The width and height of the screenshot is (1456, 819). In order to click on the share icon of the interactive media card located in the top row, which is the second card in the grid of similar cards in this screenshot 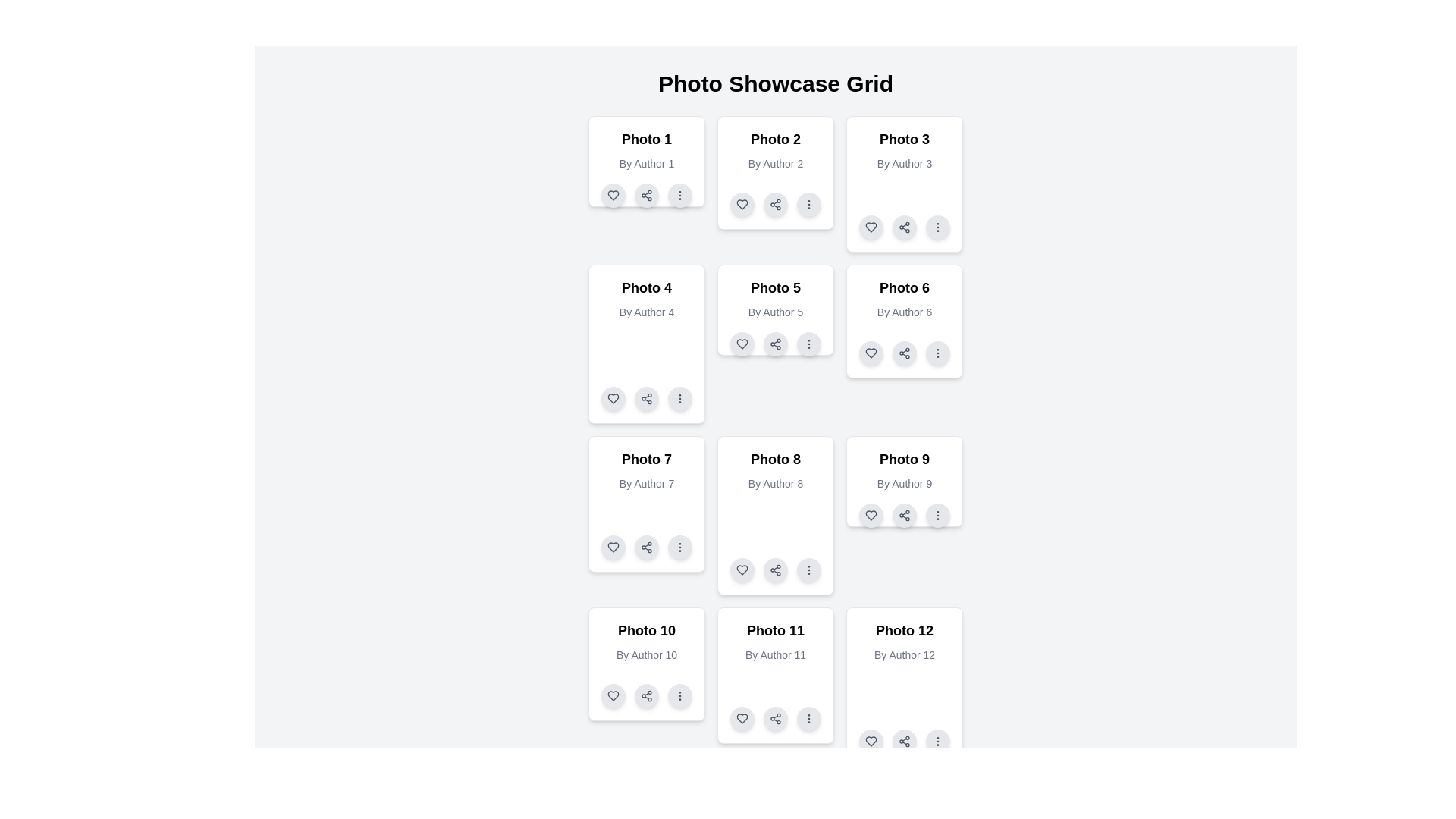, I will do `click(775, 171)`.